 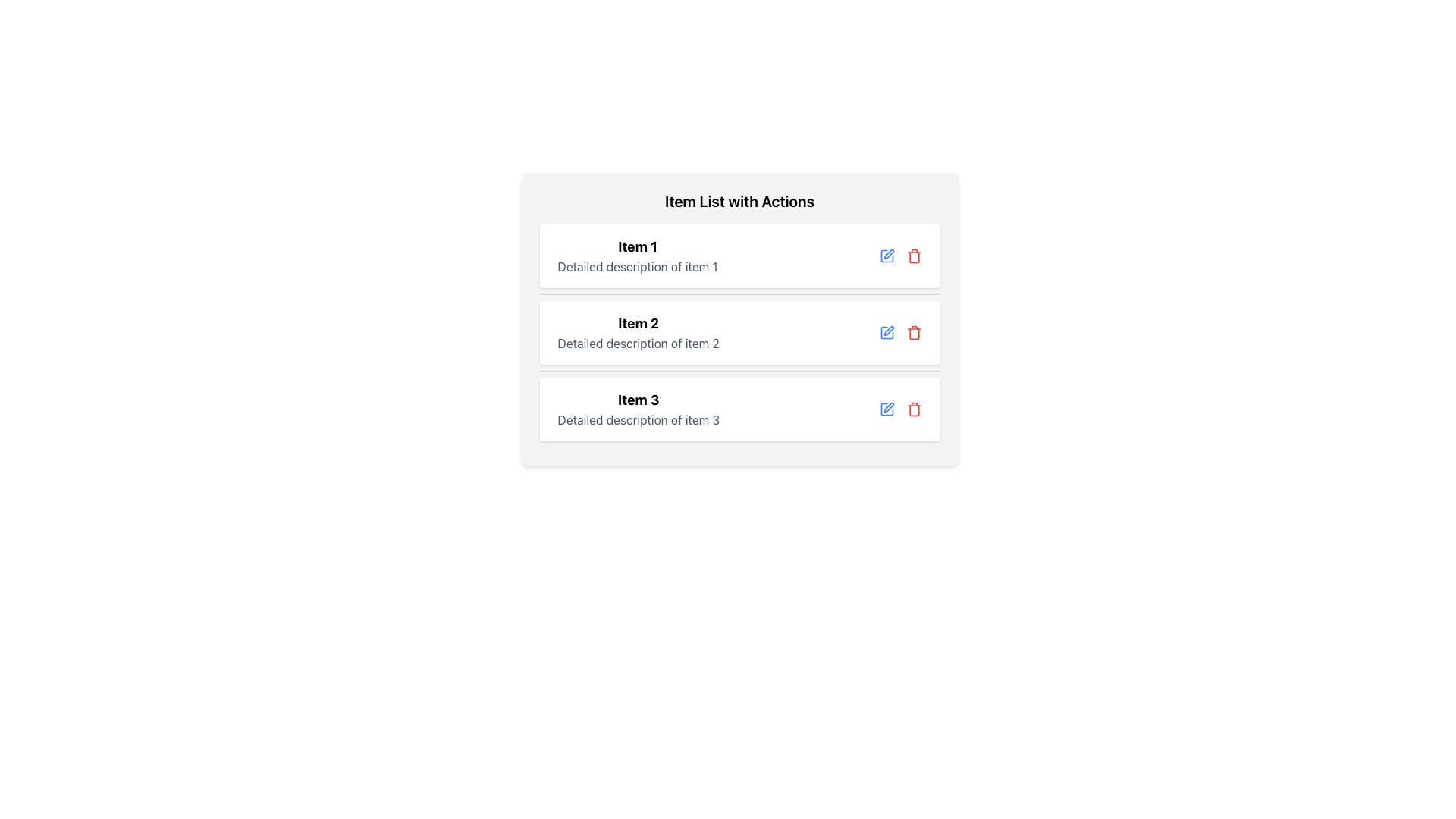 I want to click on the decorative part of the trash bin icon located in the far-right side of the second item row of the action panel, so click(x=913, y=333).